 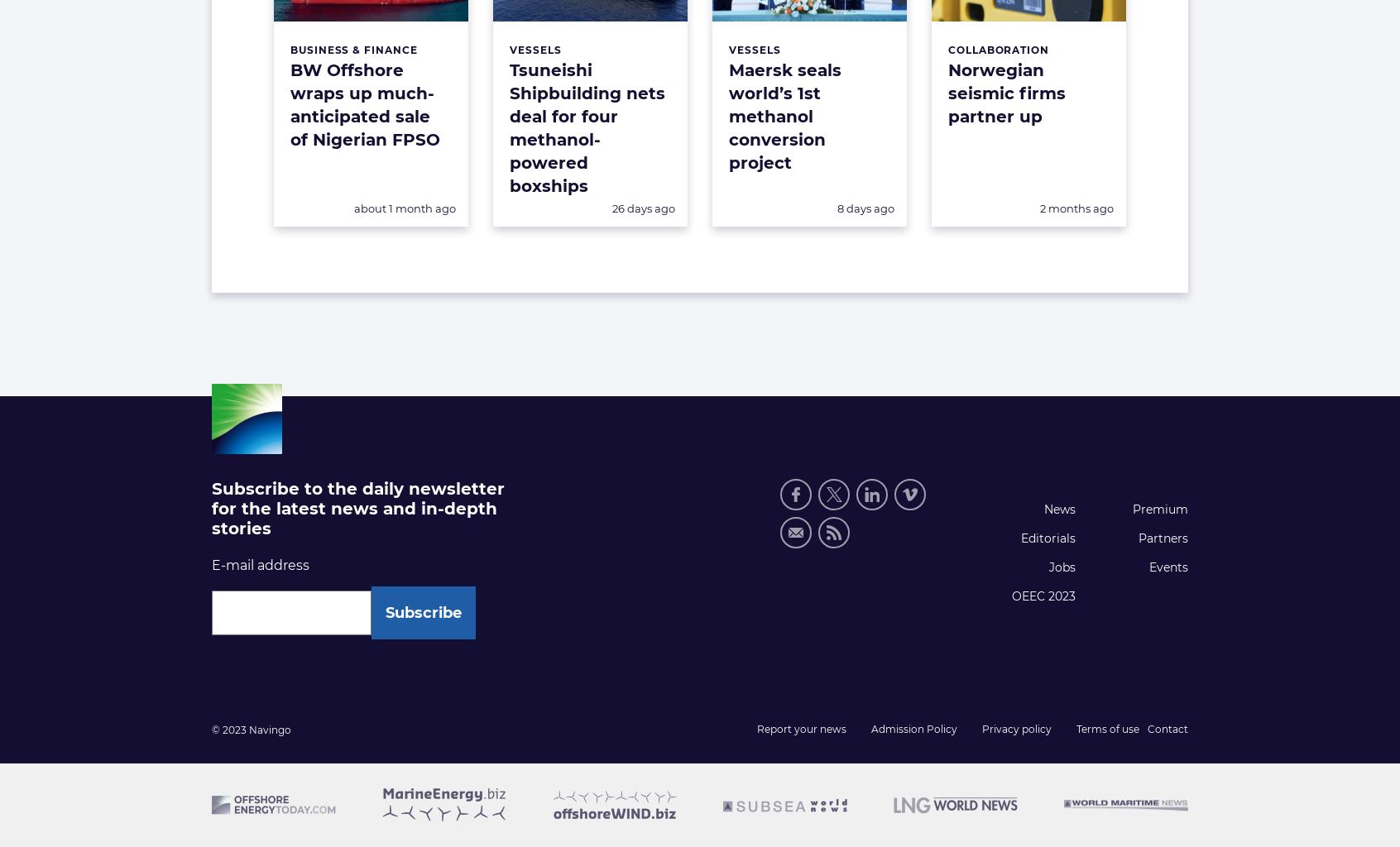 What do you see at coordinates (586, 127) in the screenshot?
I see `'Tsuneishi Shipbuilding nets deal for four methanol-powered boxships'` at bounding box center [586, 127].